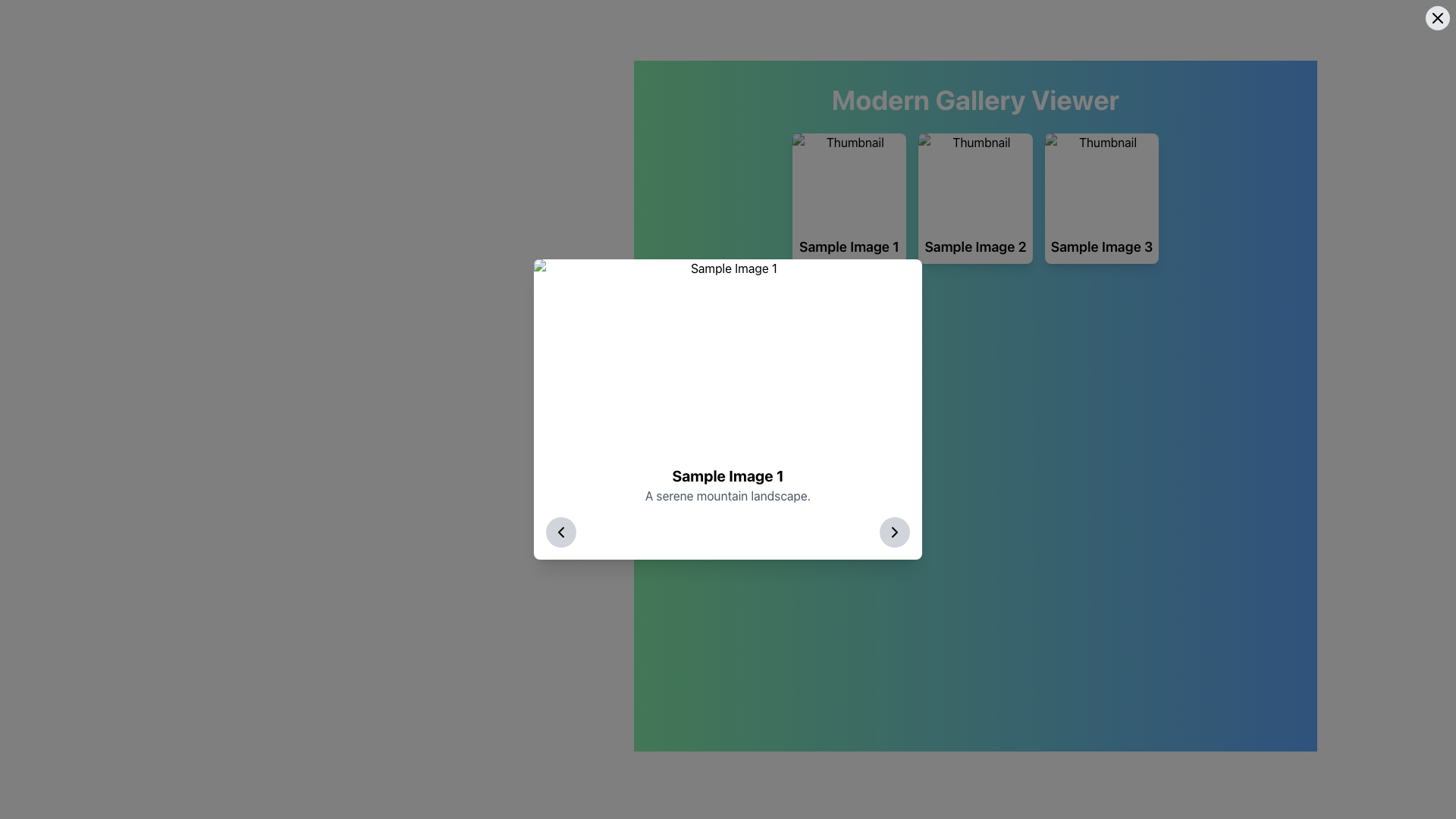 Image resolution: width=1456 pixels, height=819 pixels. I want to click on the thumbnail image with rounded top corners, which has a placeholder background and is labeled 'Sample Image 1' in the caption below, so click(848, 180).